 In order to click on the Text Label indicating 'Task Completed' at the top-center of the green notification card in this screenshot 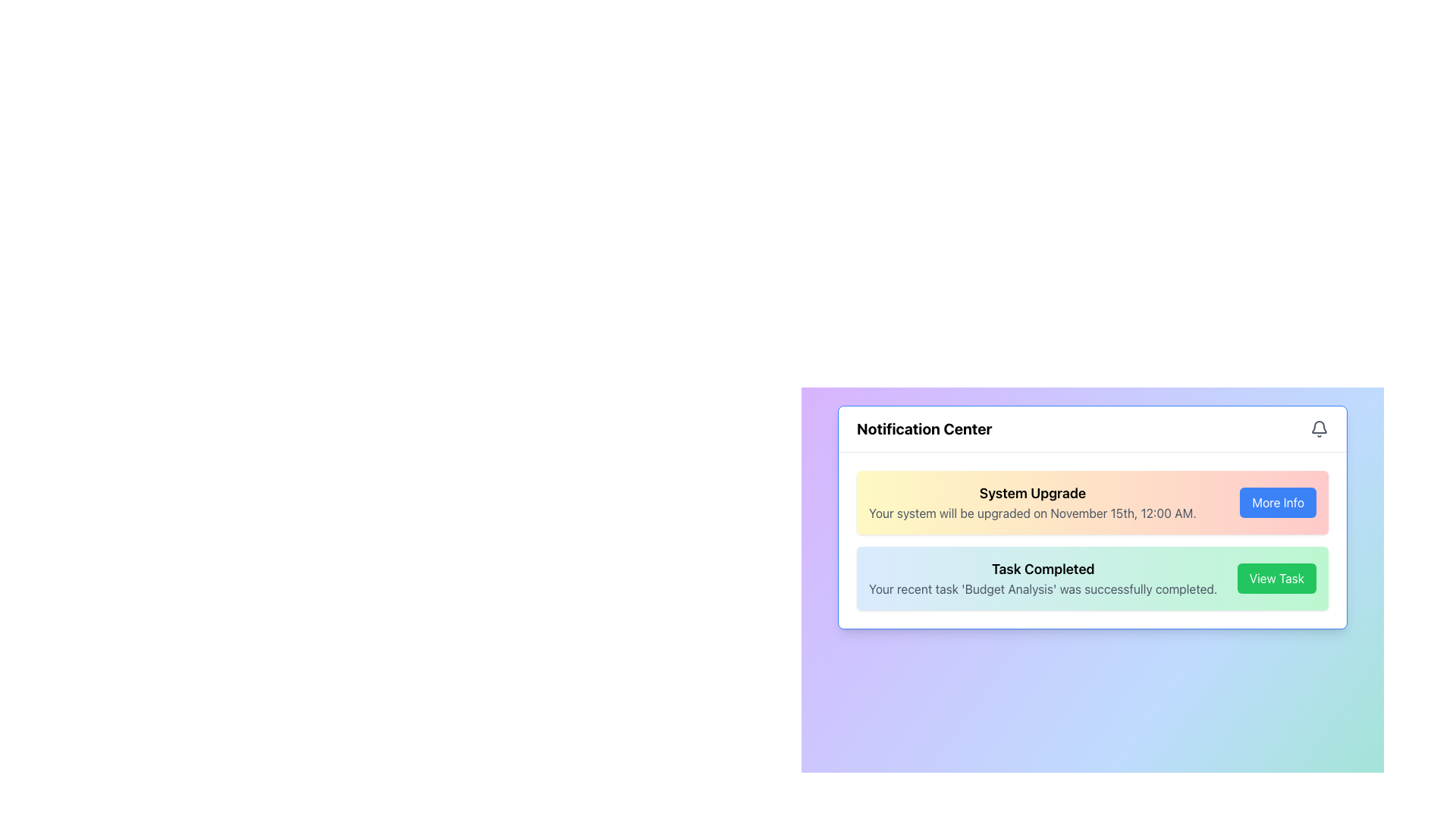, I will do `click(1042, 570)`.